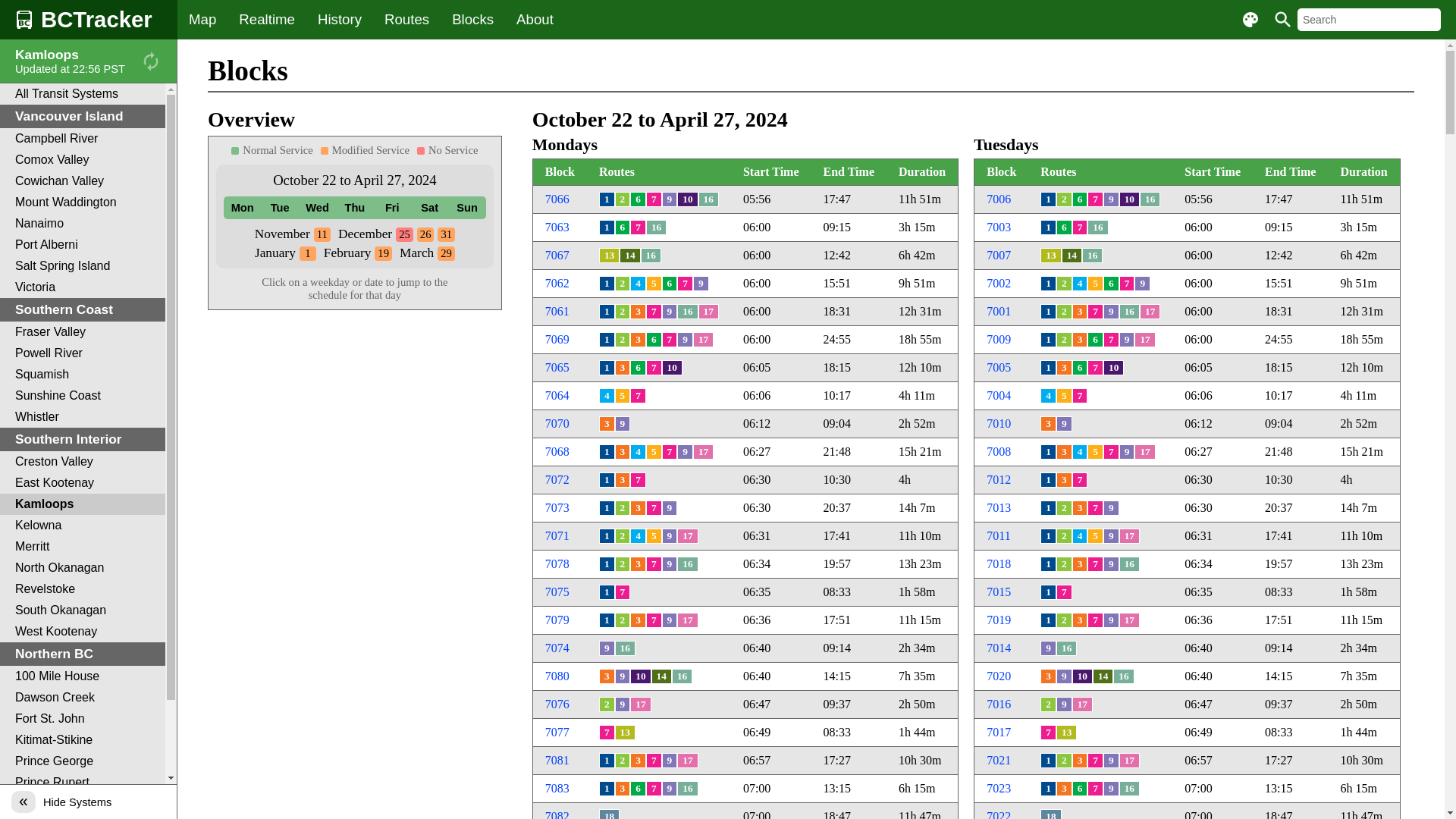 This screenshot has width=1456, height=819. I want to click on '7062', so click(556, 283).